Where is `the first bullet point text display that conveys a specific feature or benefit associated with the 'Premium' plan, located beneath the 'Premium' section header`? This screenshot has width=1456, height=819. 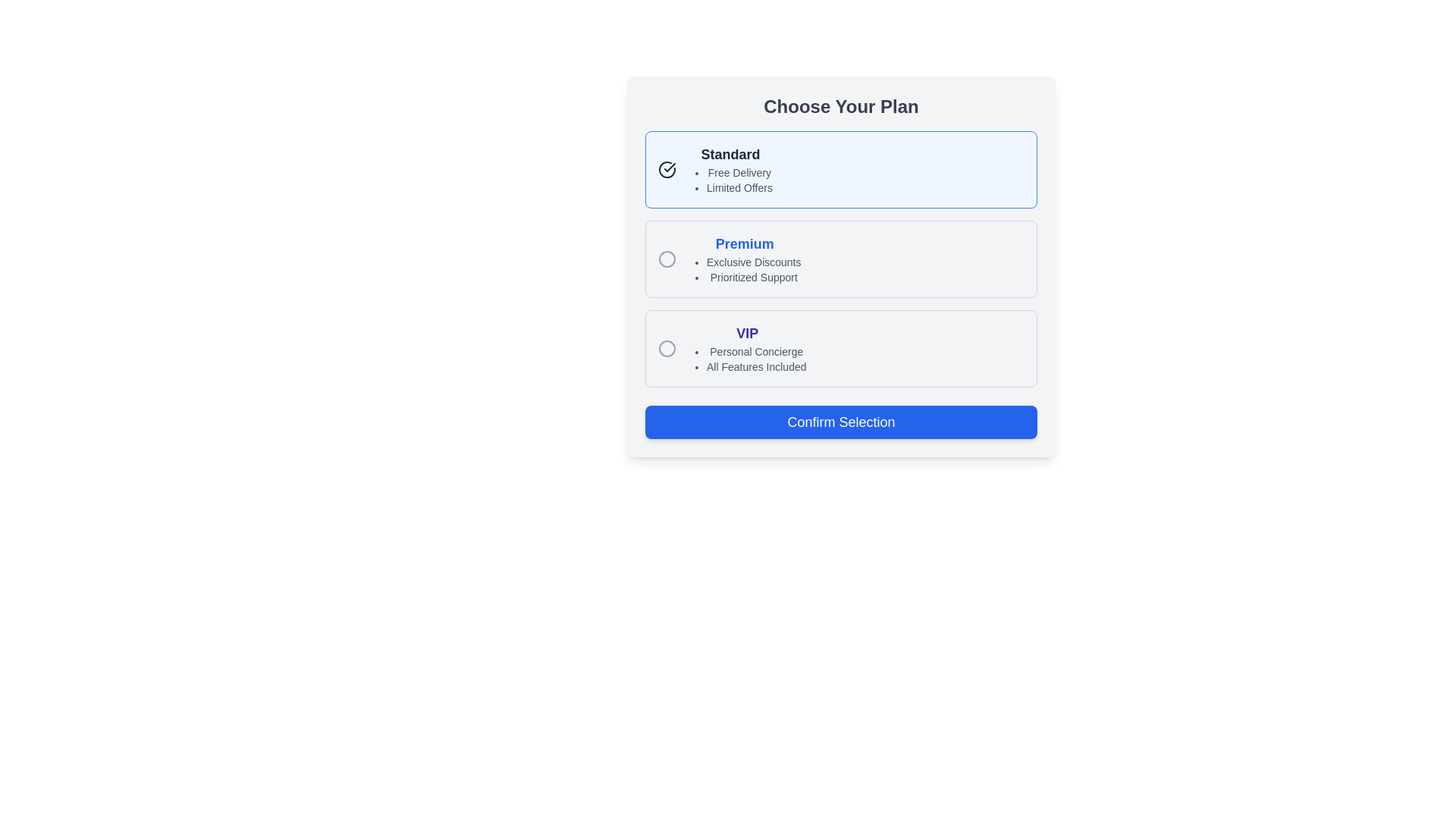 the first bullet point text display that conveys a specific feature or benefit associated with the 'Premium' plan, located beneath the 'Premium' section header is located at coordinates (754, 262).